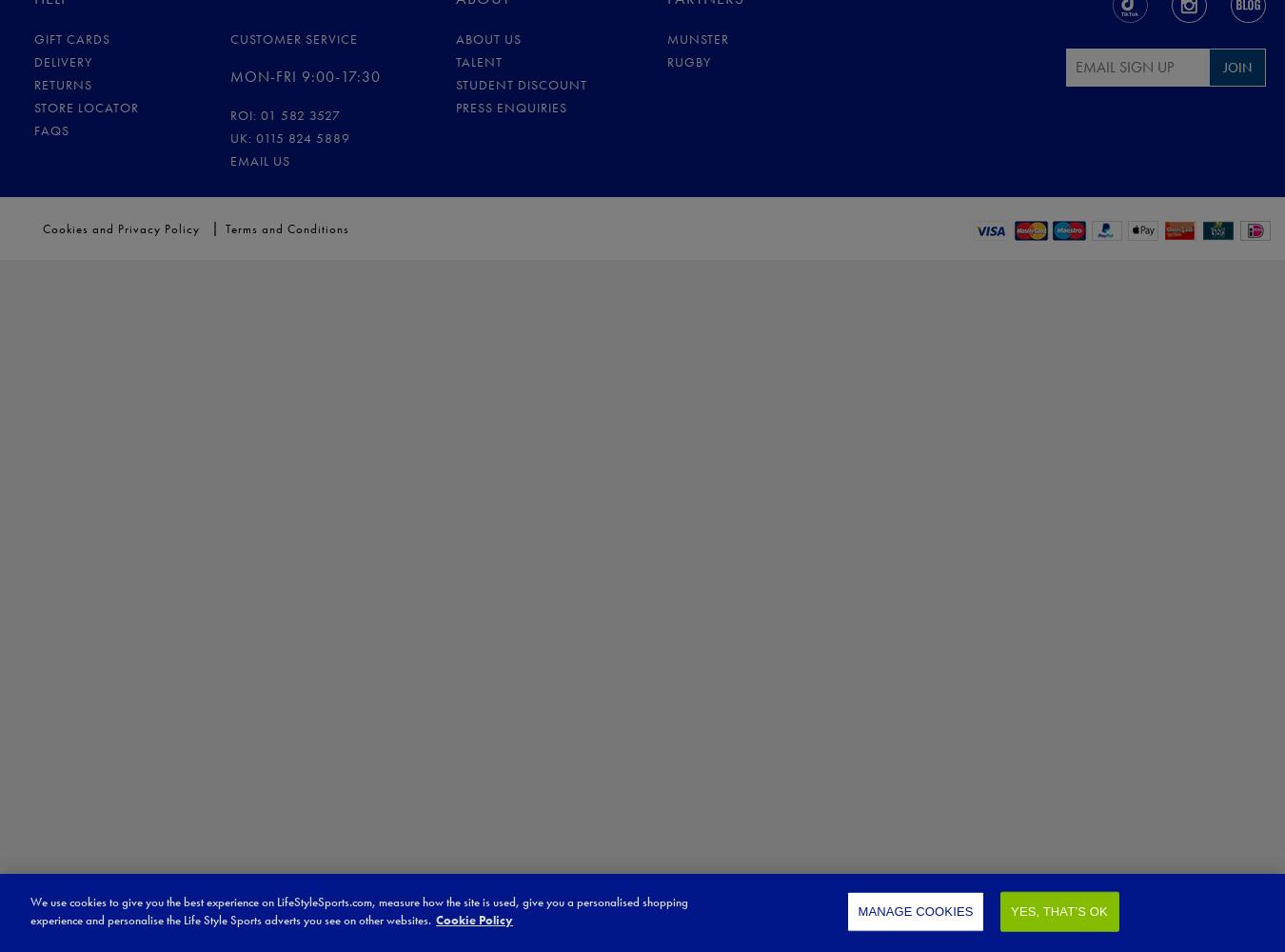 This screenshot has height=952, width=1285. What do you see at coordinates (1236, 66) in the screenshot?
I see `'Join'` at bounding box center [1236, 66].